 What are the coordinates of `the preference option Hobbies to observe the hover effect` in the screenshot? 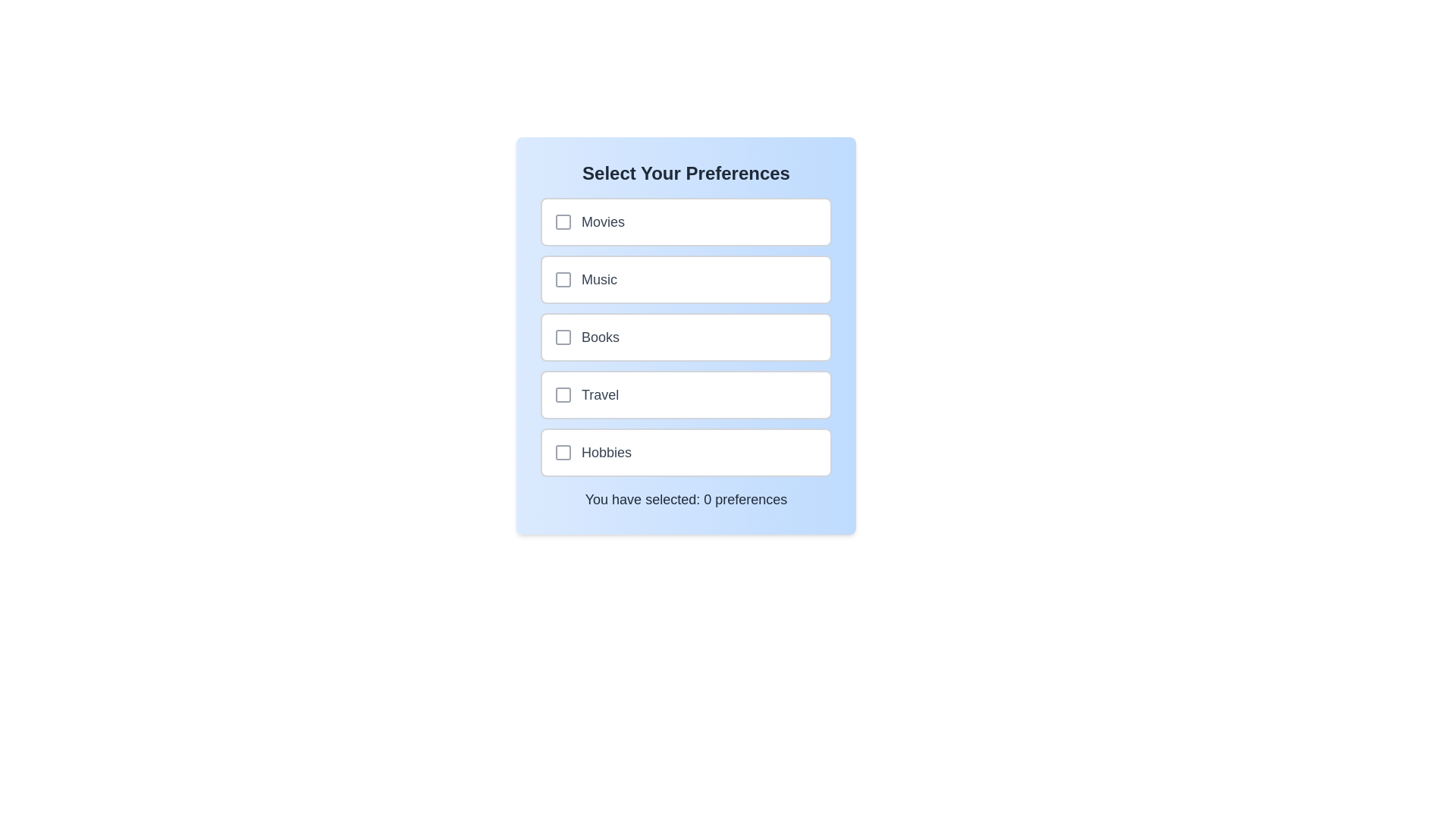 It's located at (686, 452).